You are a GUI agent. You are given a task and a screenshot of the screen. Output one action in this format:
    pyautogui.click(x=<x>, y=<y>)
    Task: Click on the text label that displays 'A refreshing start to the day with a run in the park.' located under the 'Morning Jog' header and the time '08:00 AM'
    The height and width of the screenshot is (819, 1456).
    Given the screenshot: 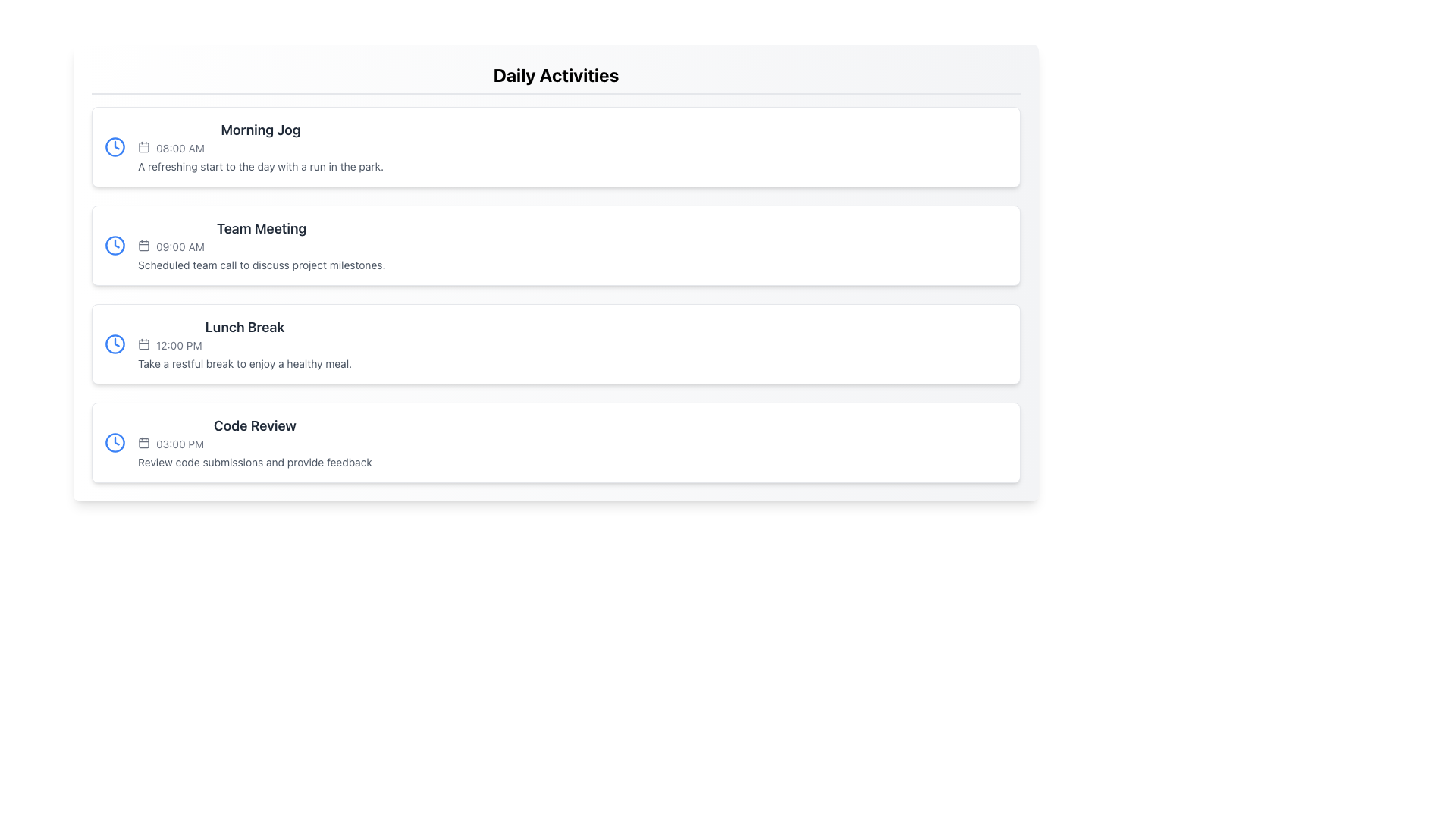 What is the action you would take?
    pyautogui.click(x=261, y=166)
    